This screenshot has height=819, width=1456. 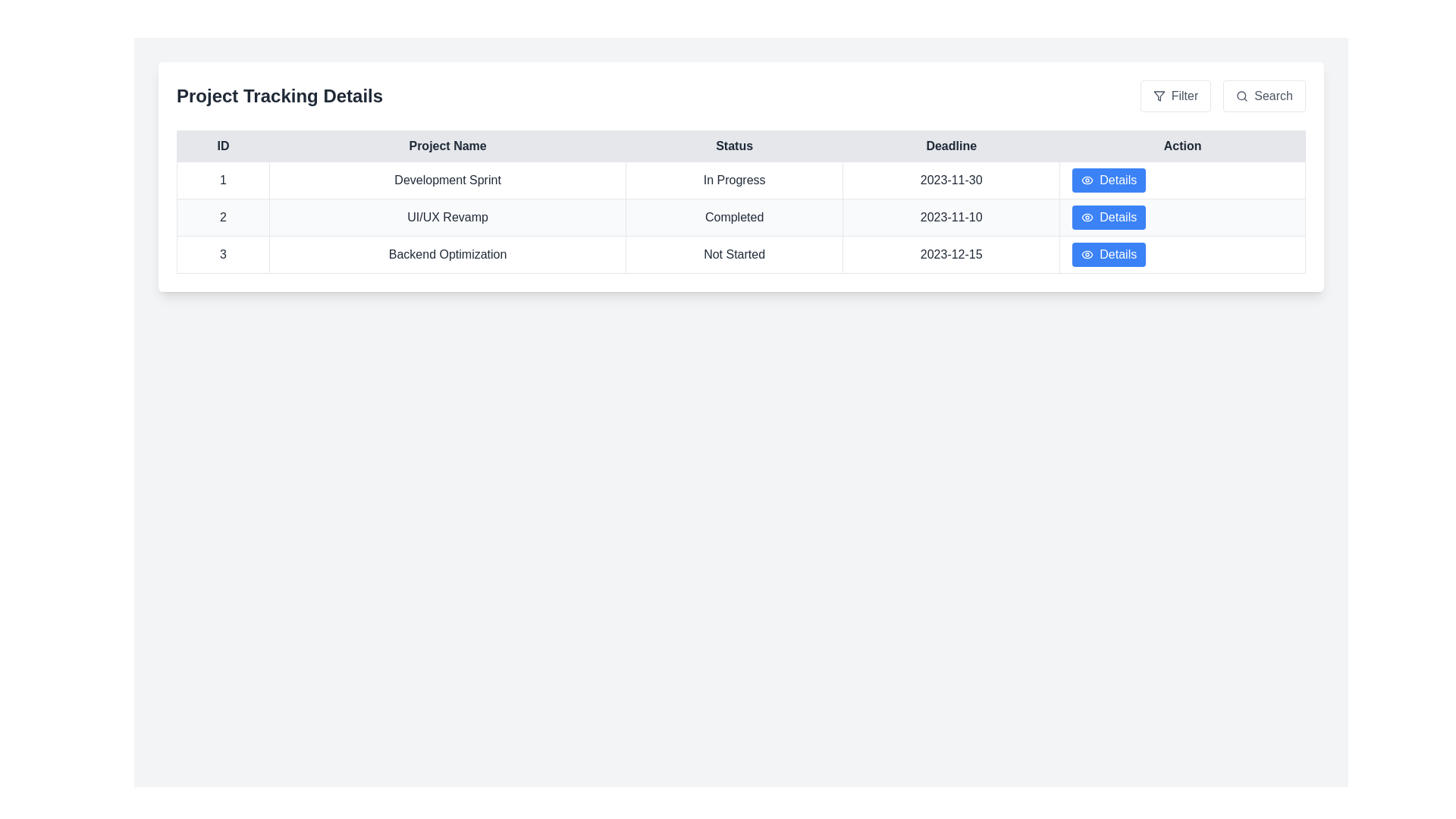 What do you see at coordinates (447, 253) in the screenshot?
I see `the table cell containing the text 'Backend Optimization', which is the second cell in row ID '3' of the 'Project Name' column` at bounding box center [447, 253].